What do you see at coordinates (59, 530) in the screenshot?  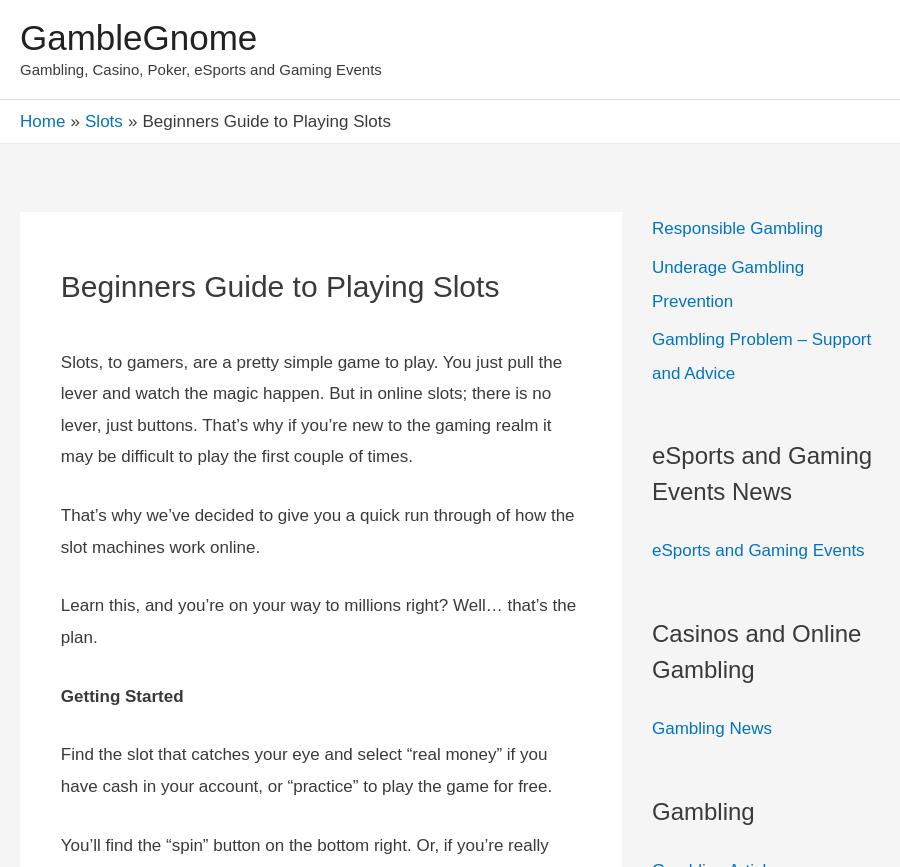 I see `'That’s why we’ve decided to give you a quick run through of how the slot machines work online.'` at bounding box center [59, 530].